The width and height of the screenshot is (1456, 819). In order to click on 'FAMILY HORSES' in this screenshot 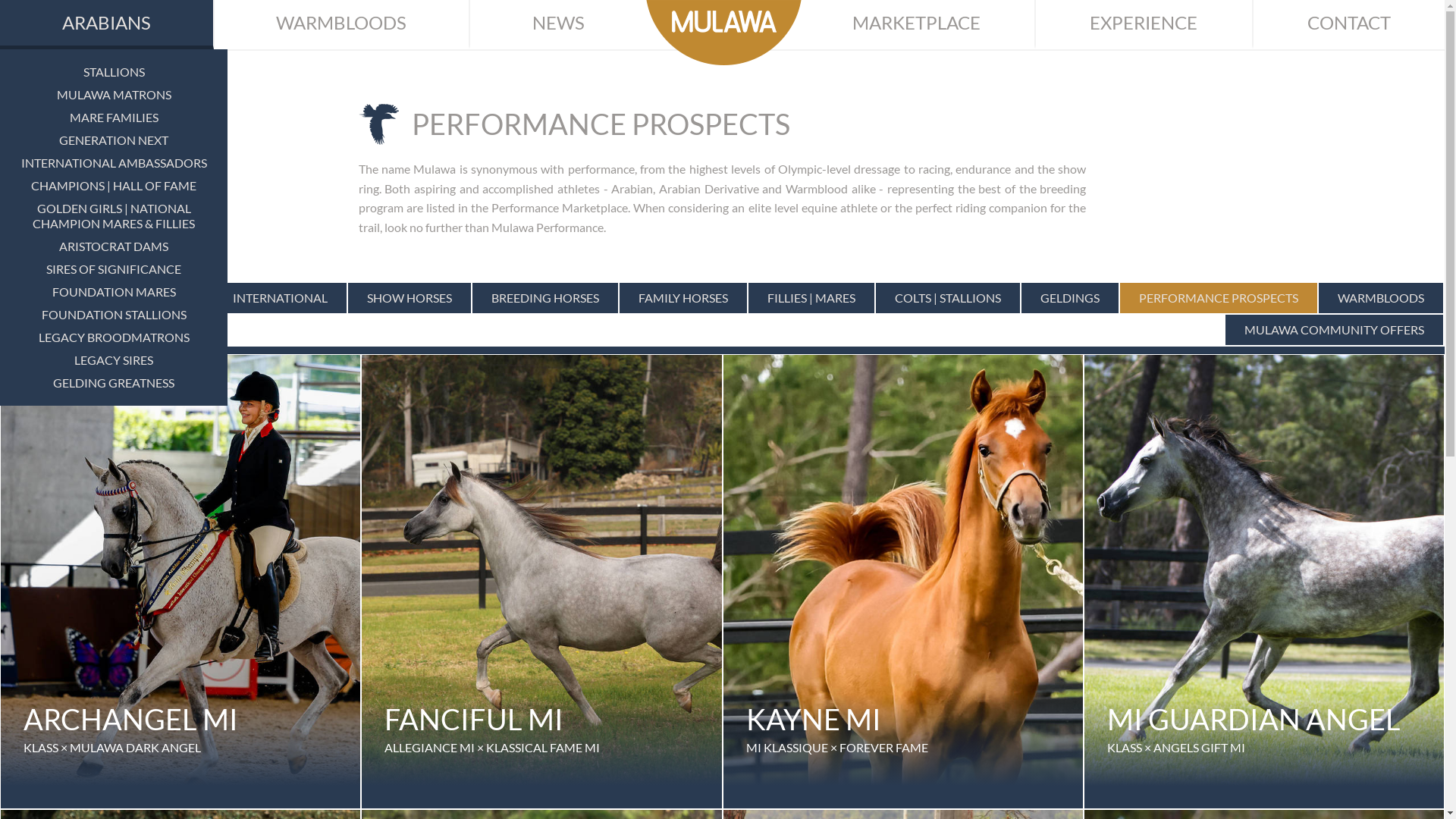, I will do `click(682, 298)`.